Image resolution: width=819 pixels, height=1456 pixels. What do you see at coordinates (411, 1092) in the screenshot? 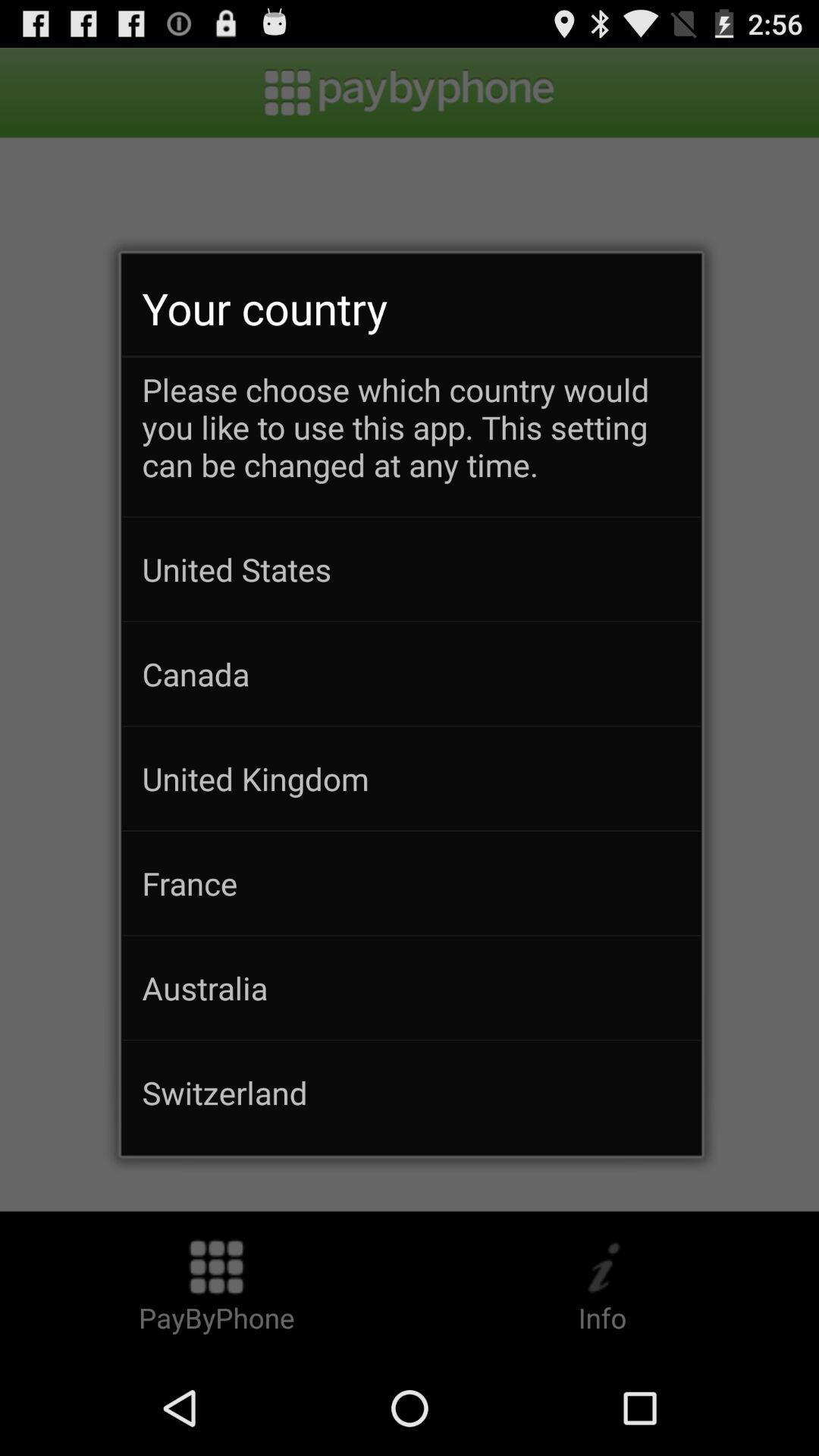
I see `the switzerland` at bounding box center [411, 1092].